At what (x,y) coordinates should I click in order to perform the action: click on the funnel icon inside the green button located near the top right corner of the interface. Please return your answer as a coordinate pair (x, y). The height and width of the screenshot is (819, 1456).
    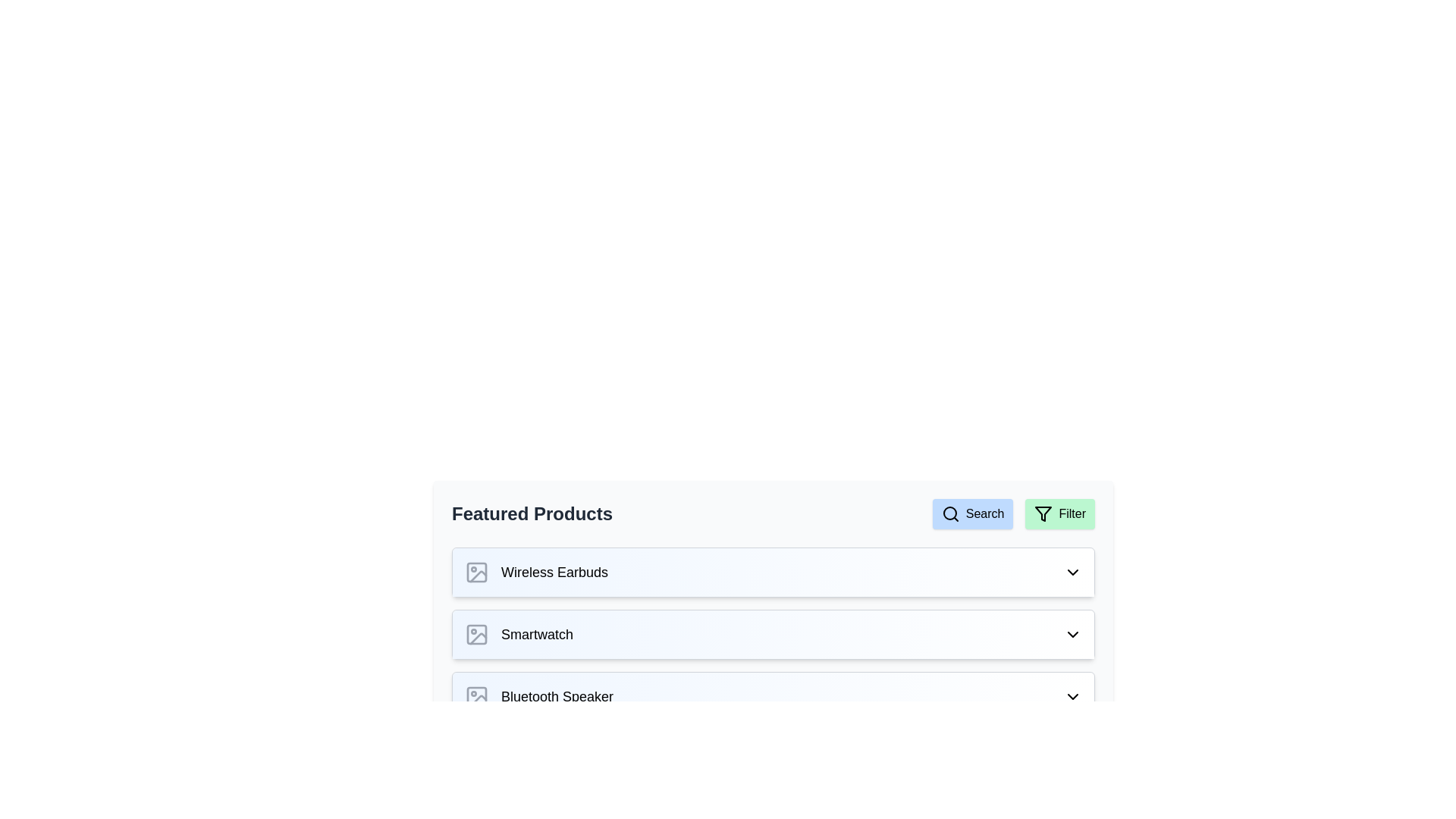
    Looking at the image, I should click on (1043, 513).